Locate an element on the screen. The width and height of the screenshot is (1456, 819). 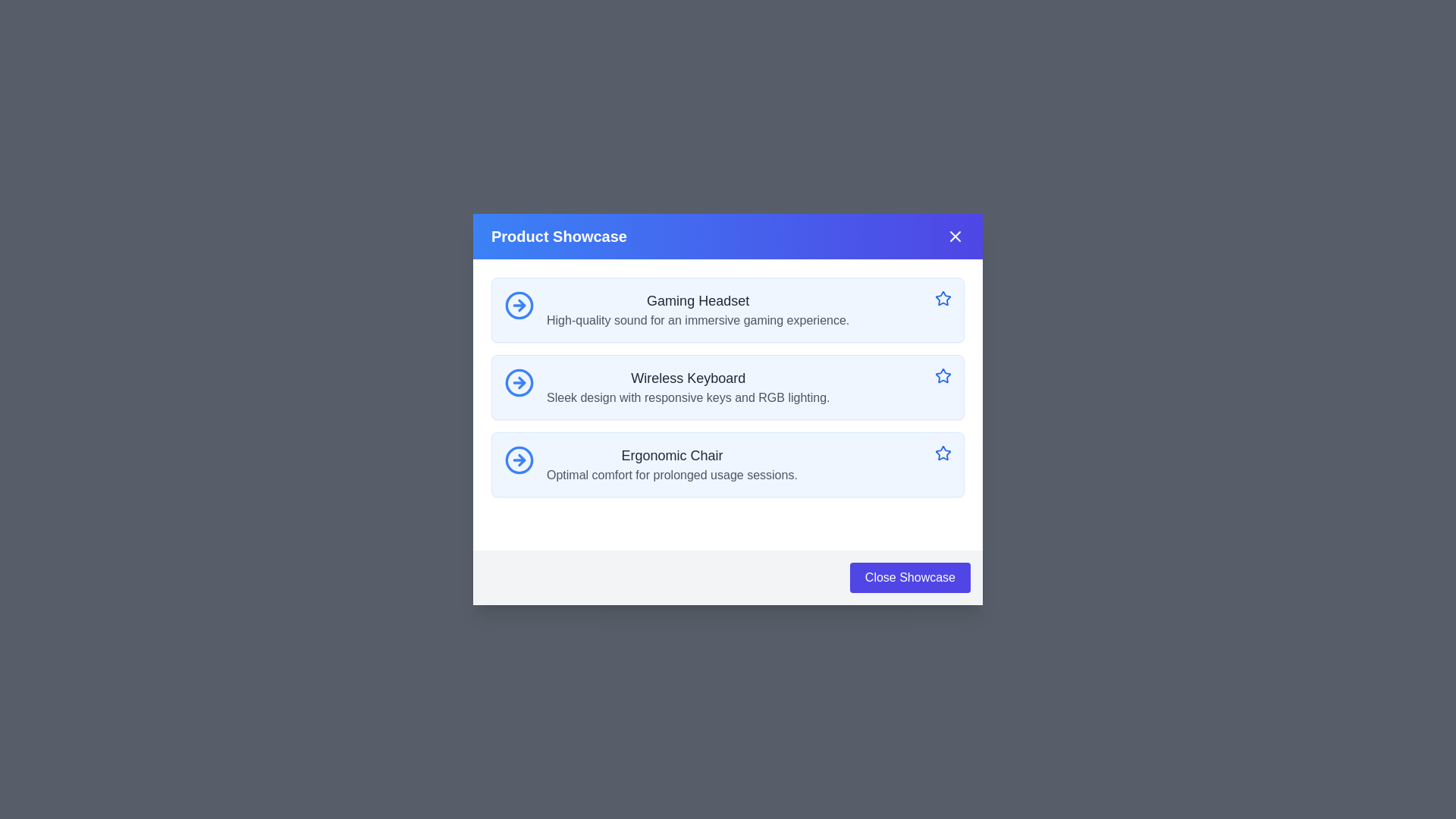
the 'Wireless Keyboard' list item is located at coordinates (728, 386).